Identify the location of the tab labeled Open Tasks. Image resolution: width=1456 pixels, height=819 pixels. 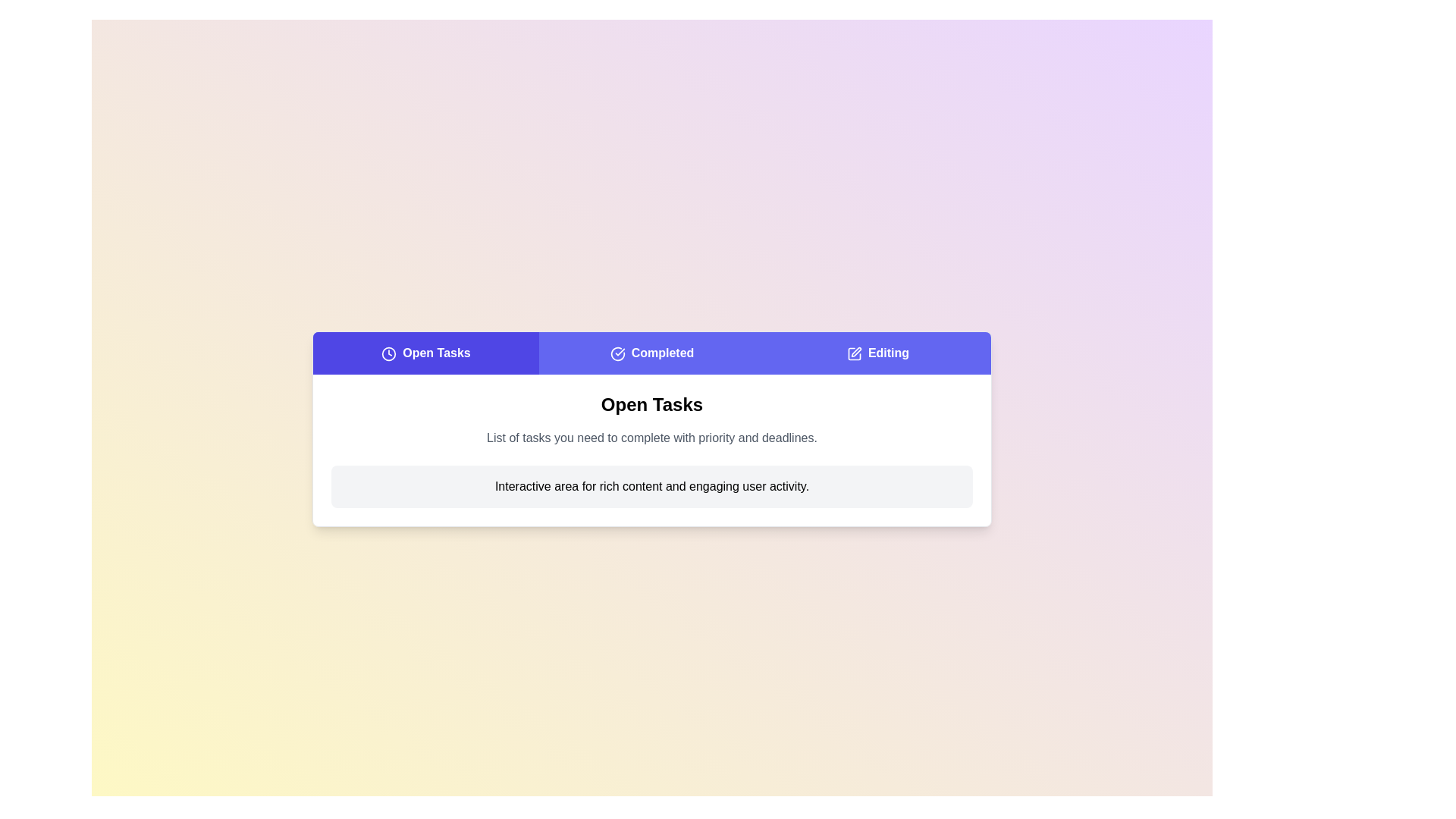
(425, 353).